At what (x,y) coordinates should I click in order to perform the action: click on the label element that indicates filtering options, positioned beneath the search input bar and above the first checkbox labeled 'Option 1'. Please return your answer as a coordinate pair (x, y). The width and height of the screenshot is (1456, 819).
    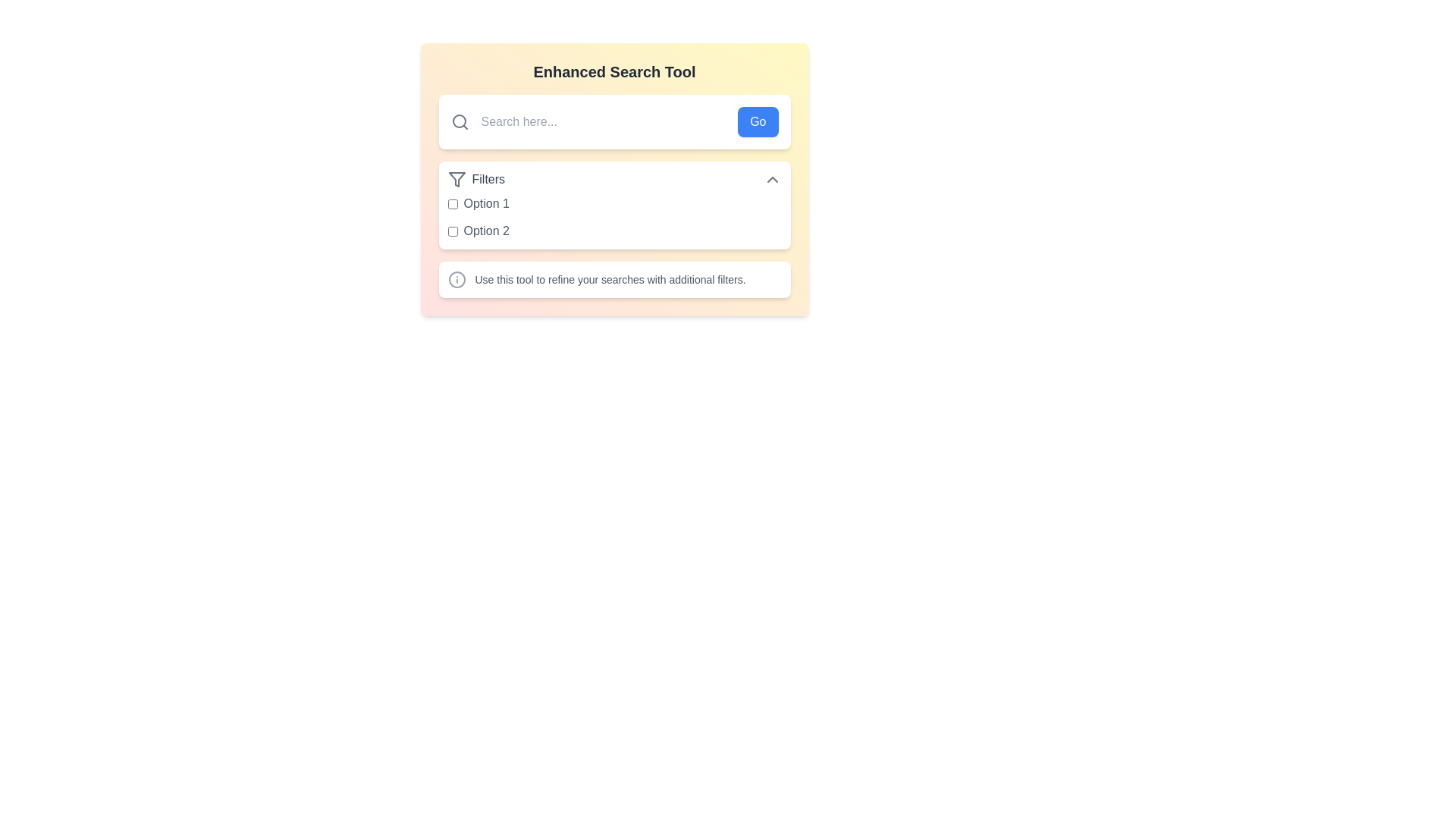
    Looking at the image, I should click on (475, 178).